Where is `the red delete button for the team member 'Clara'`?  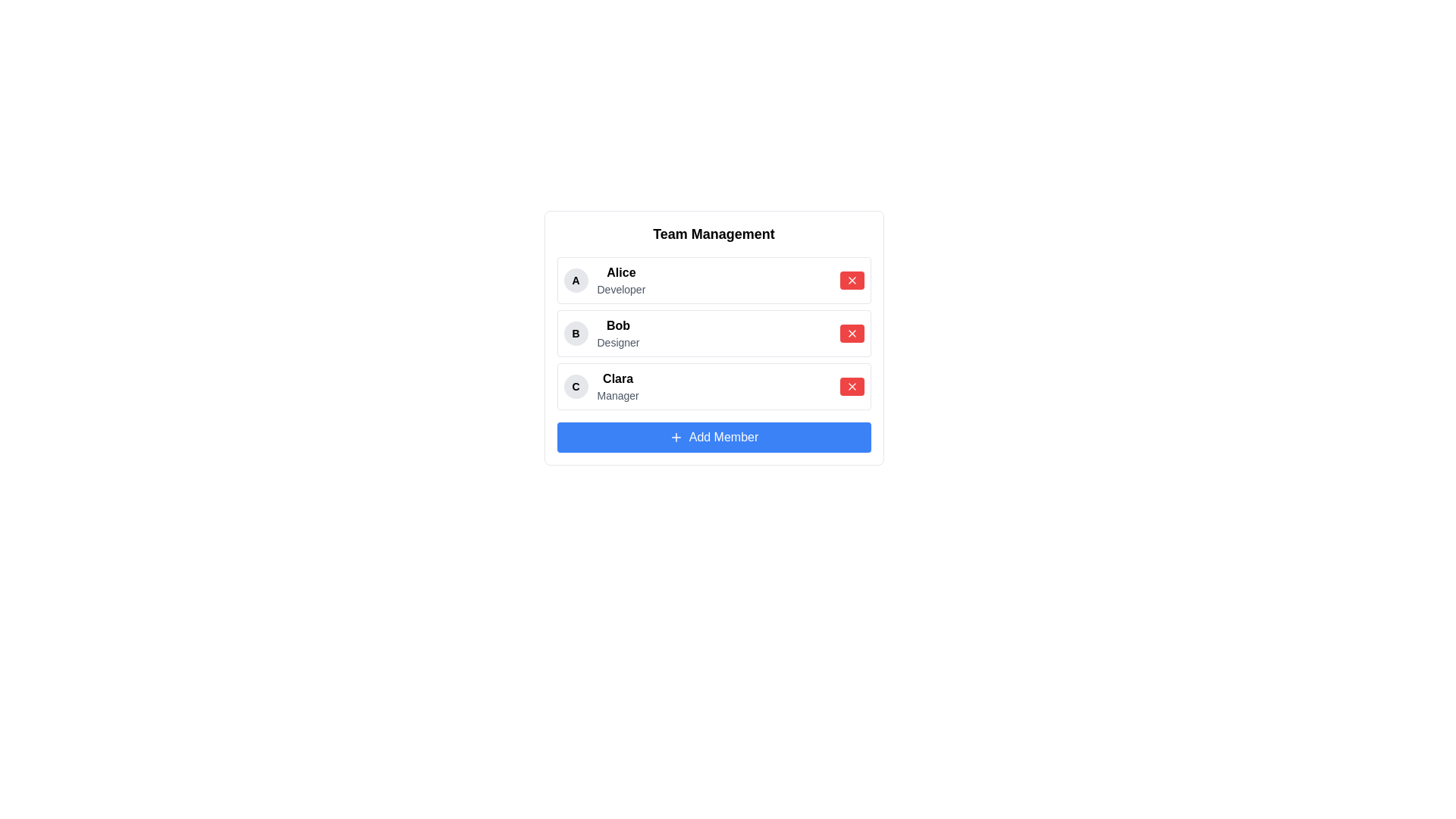 the red delete button for the team member 'Clara' is located at coordinates (852, 385).